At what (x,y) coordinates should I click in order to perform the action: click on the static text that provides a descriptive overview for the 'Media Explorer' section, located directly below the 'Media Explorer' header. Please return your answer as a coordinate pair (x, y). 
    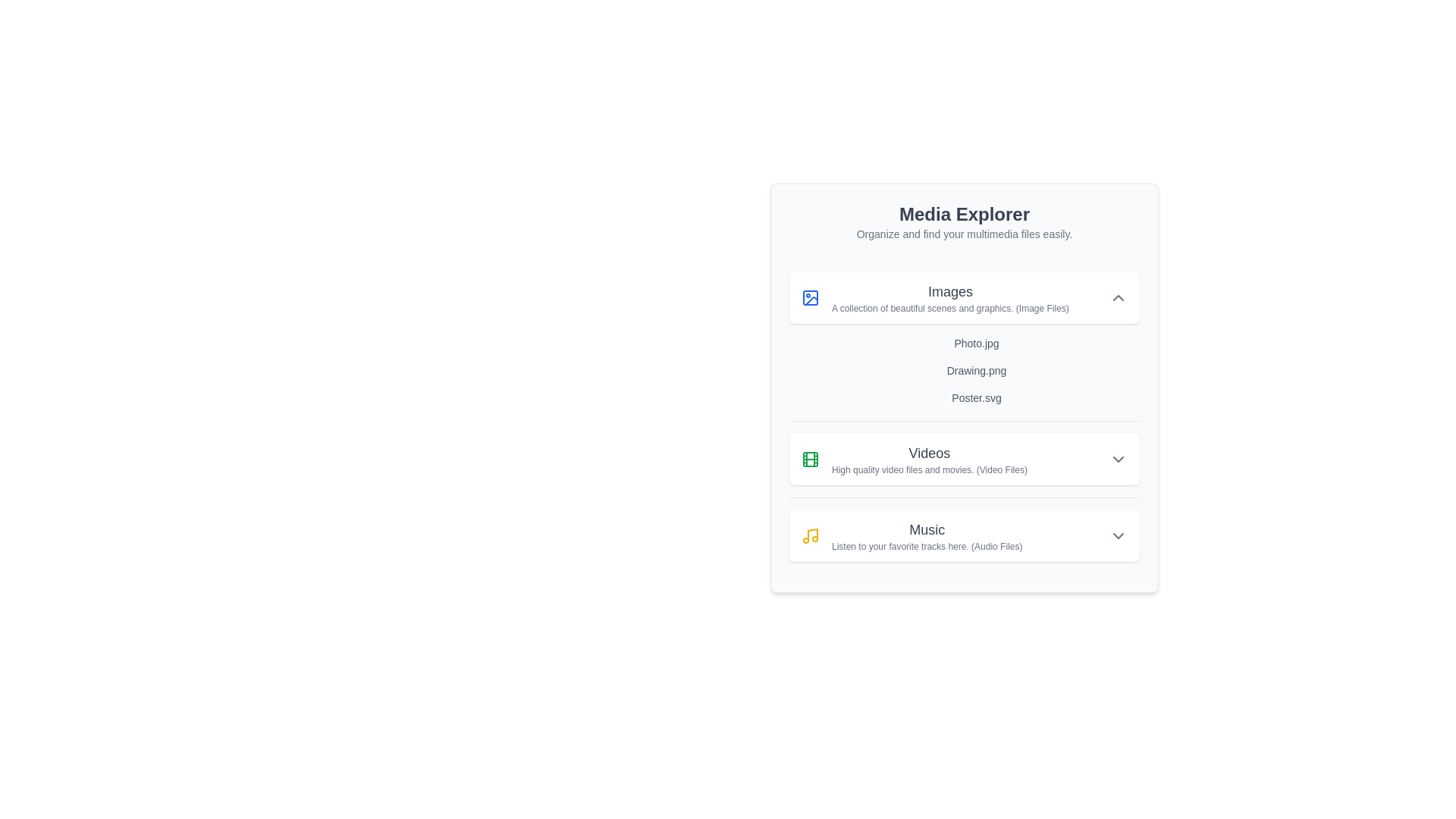
    Looking at the image, I should click on (964, 234).